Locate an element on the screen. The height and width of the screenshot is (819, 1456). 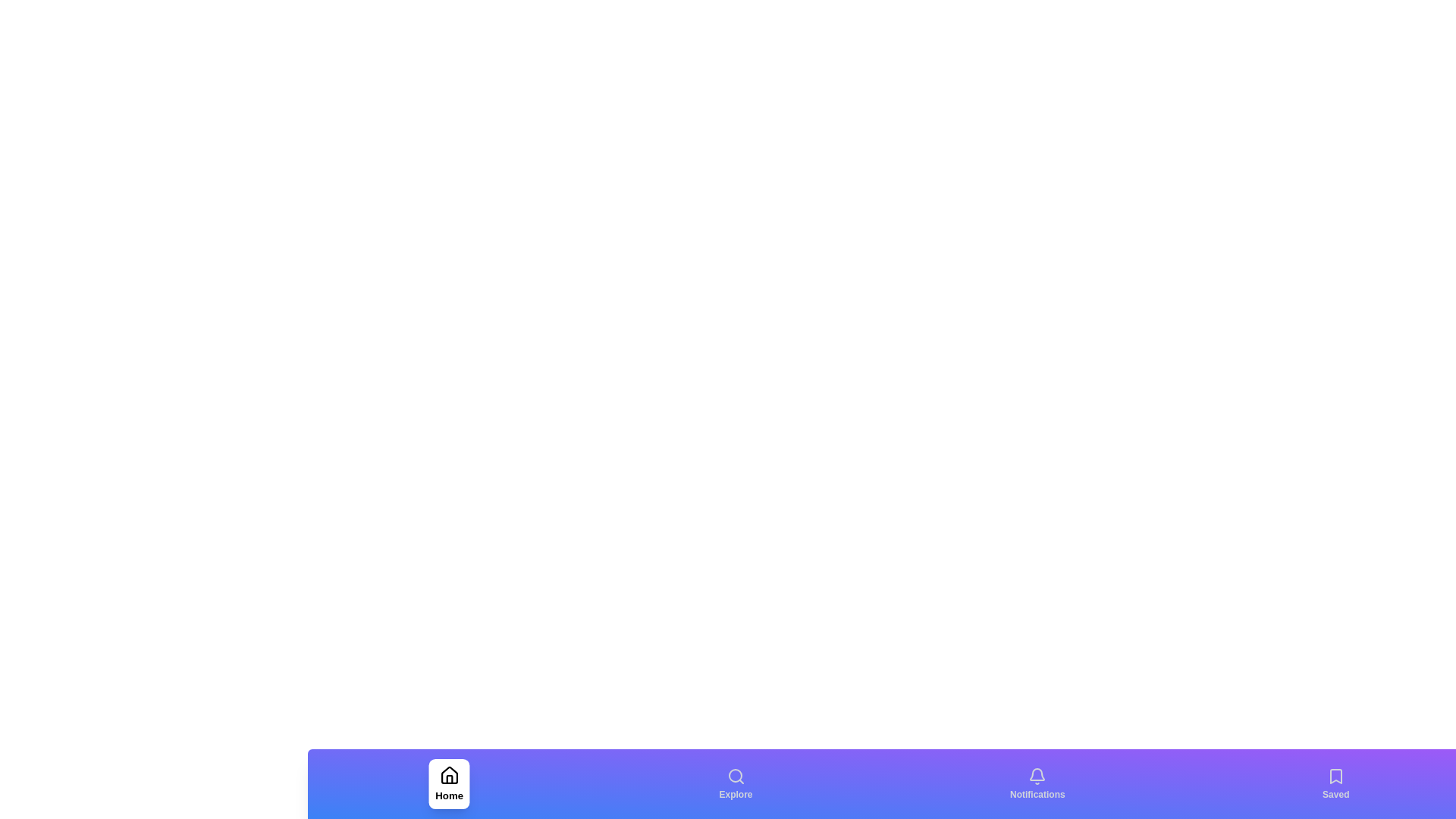
the Home tab by clicking the corresponding button is located at coordinates (447, 783).